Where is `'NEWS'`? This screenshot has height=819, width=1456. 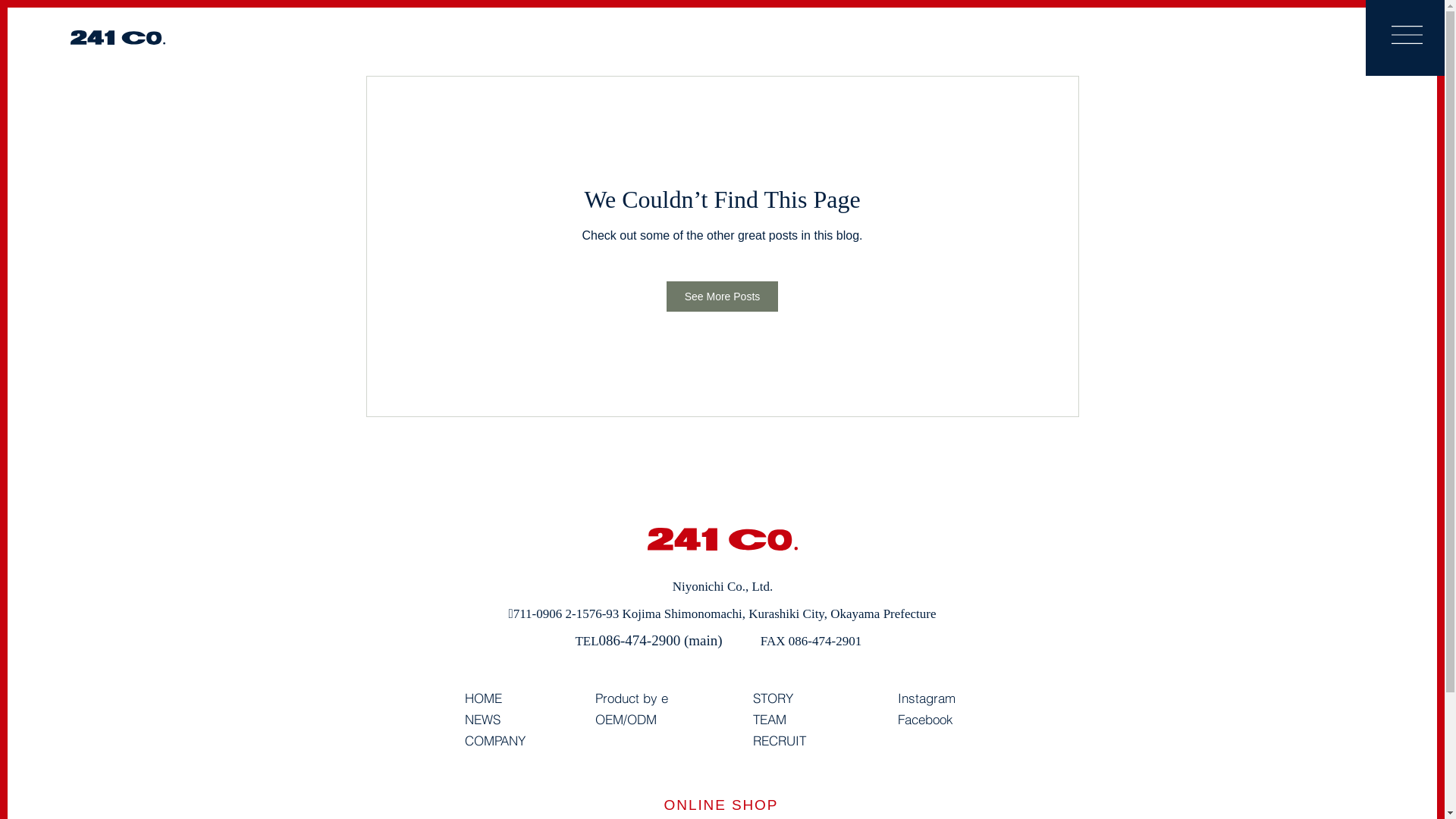
'NEWS' is located at coordinates (481, 719).